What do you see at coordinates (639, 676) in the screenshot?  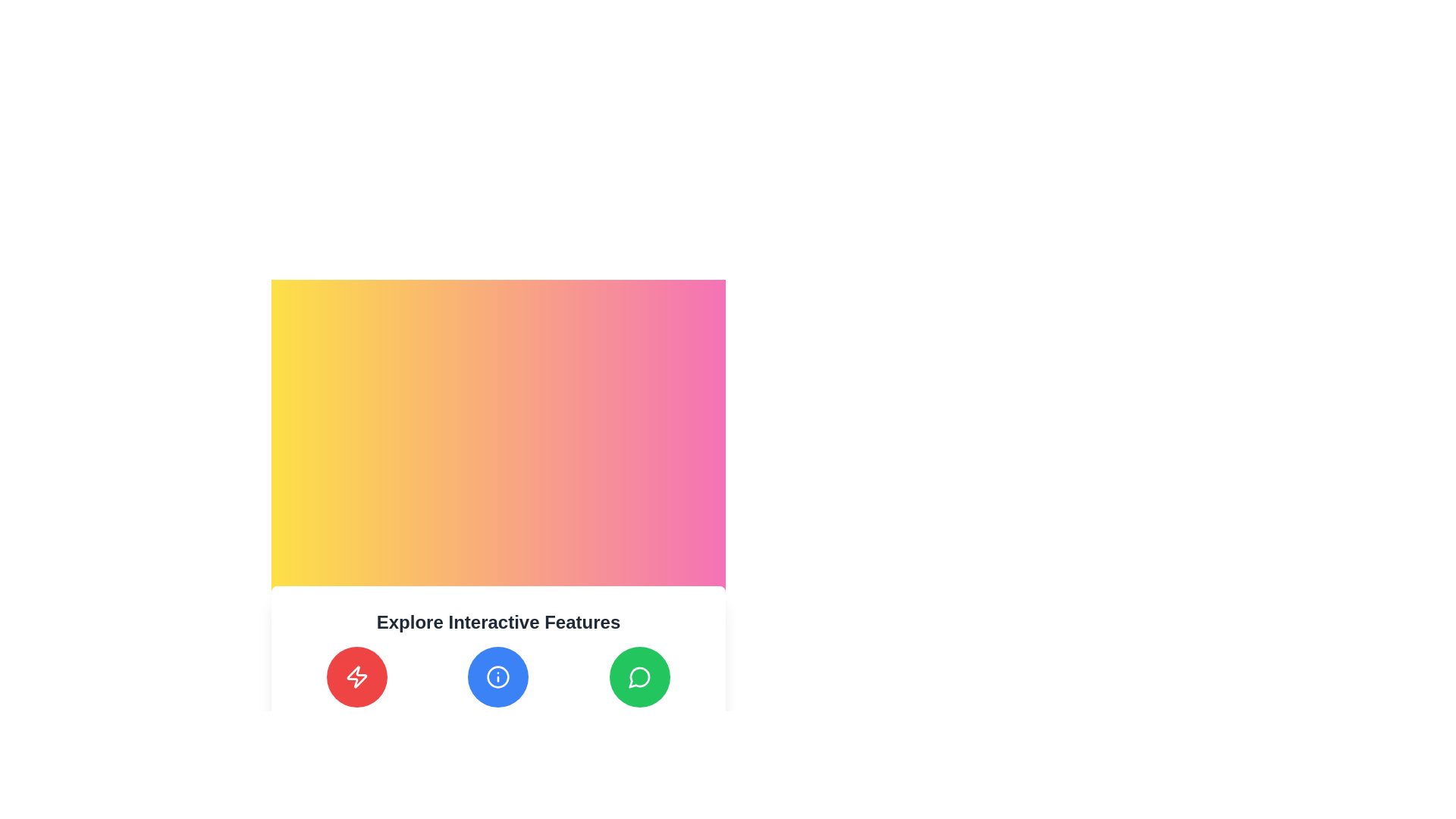 I see `the rightmost button in a row of three interactive buttons that initiates the chat or connection feature, which shows a tooltip labeled 'Connect and Chat' when hovered over` at bounding box center [639, 676].